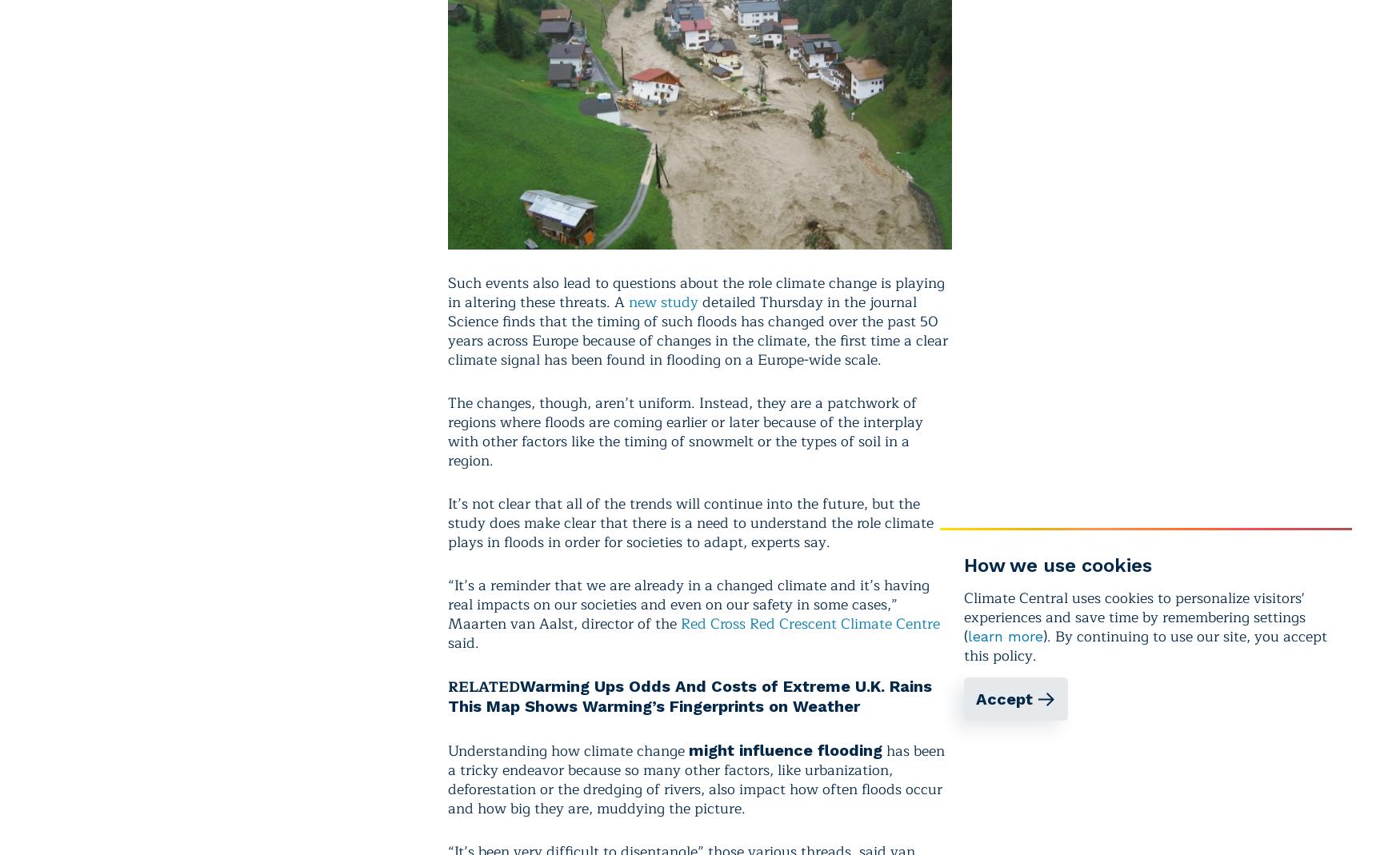 This screenshot has height=855, width=1400. I want to click on '). By continuing to use our site, you accept this policy.', so click(1145, 645).